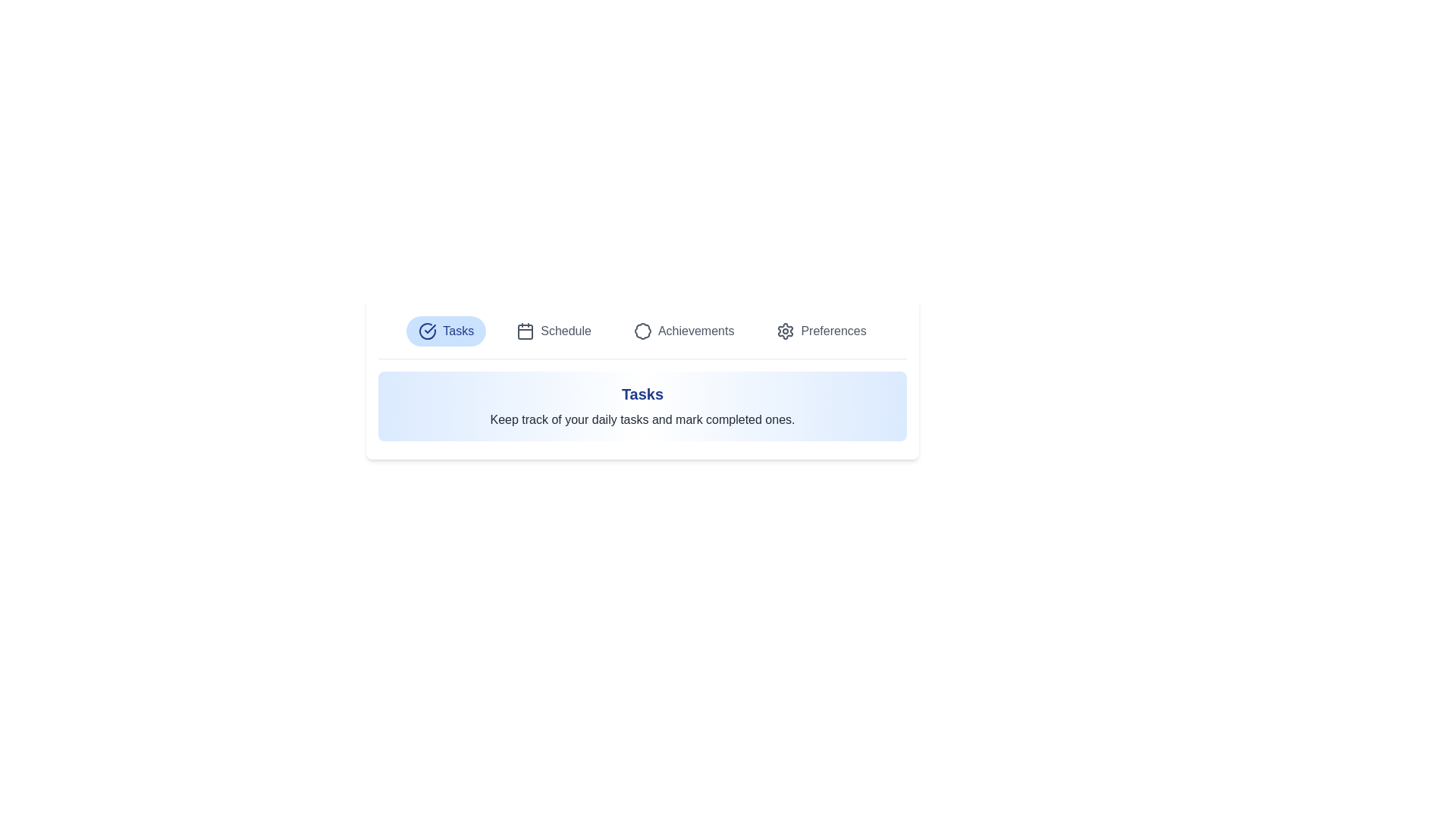  Describe the element at coordinates (786, 330) in the screenshot. I see `the Graphic Icon (Cogwheel) labeled 'Preferences' located in the upper section of the interface within the navigation bar` at that location.